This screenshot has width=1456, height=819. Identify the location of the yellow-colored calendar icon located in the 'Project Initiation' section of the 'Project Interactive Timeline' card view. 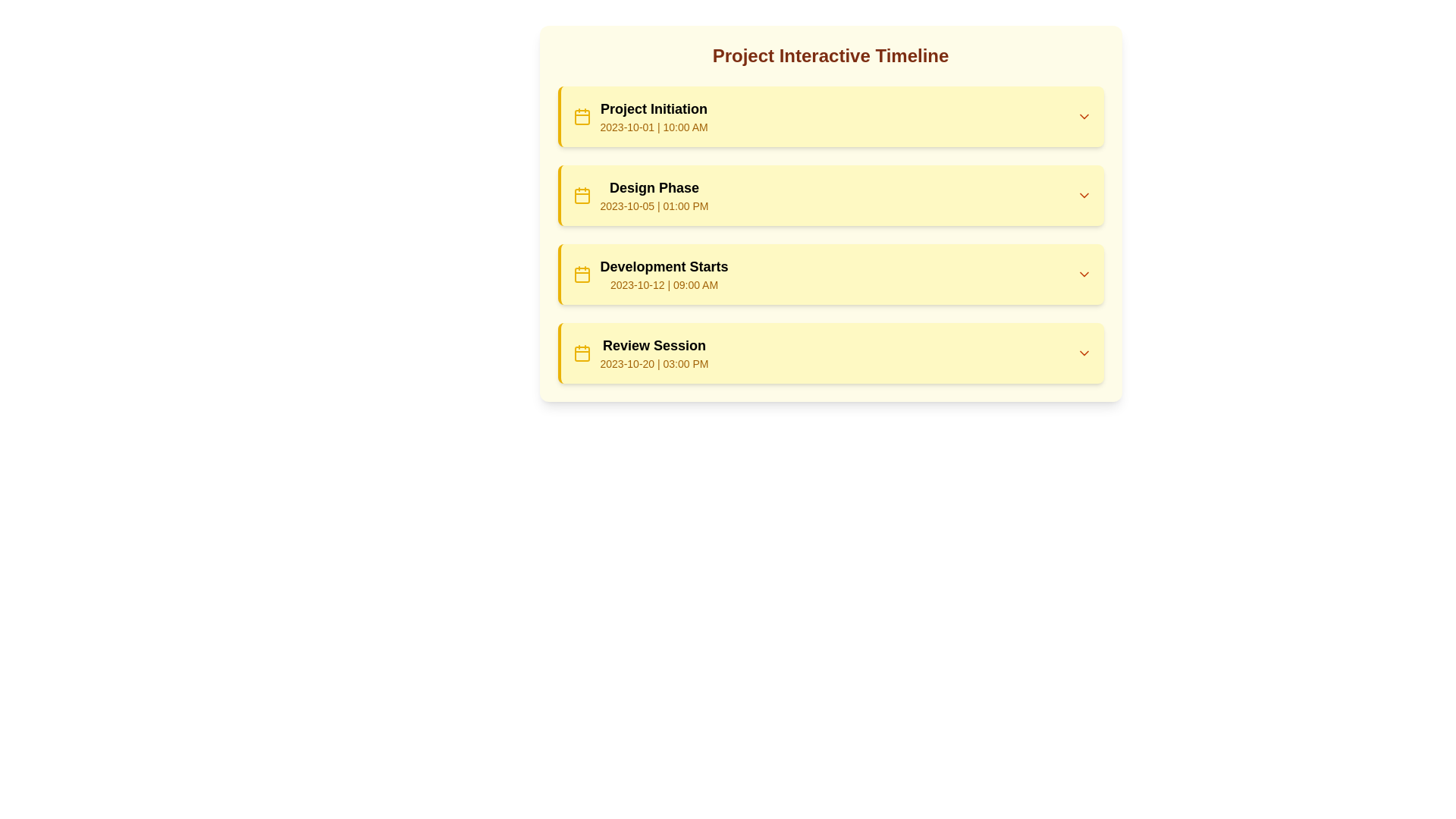
(581, 116).